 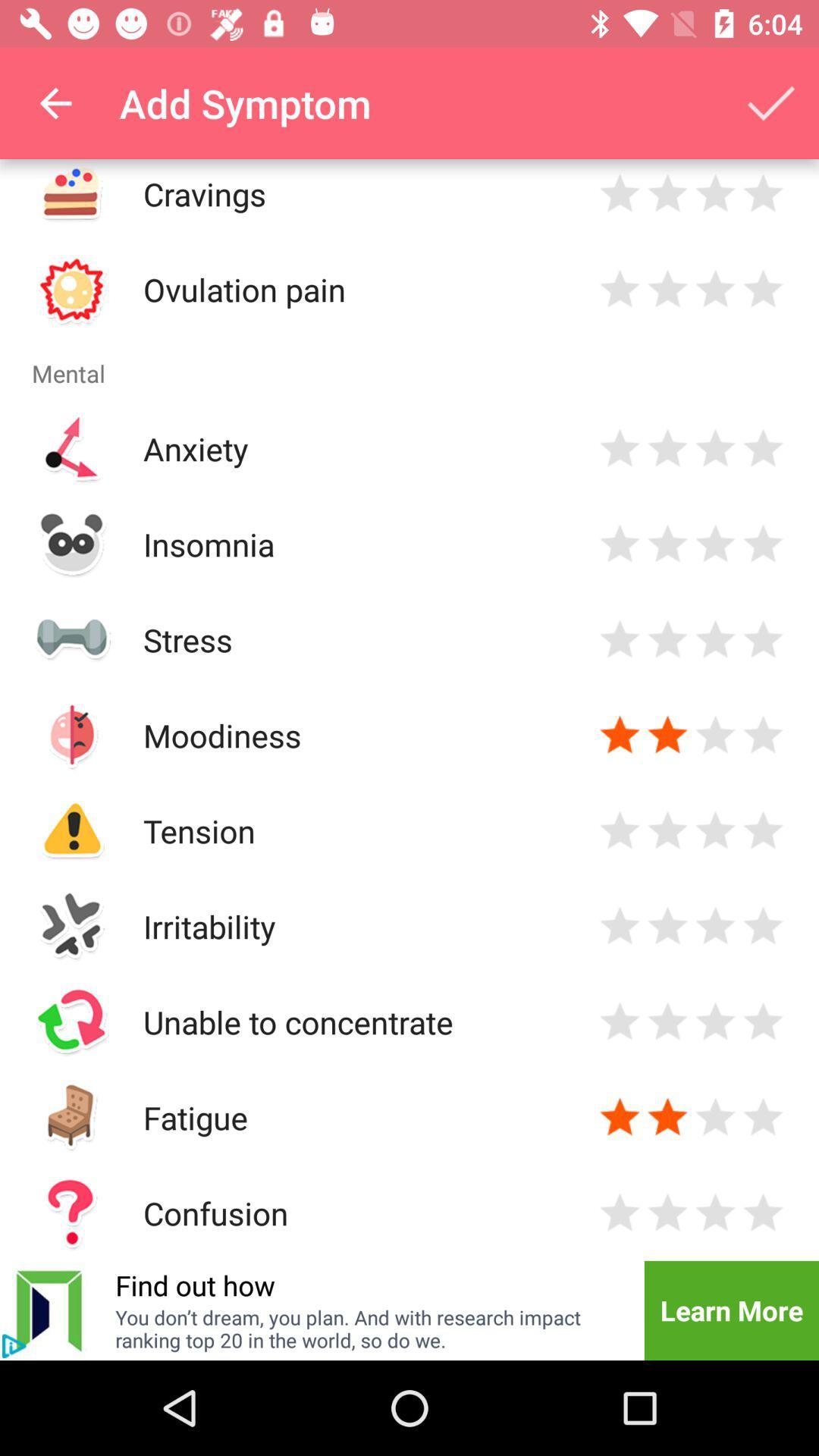 I want to click on give insomnia four stars, so click(x=763, y=544).